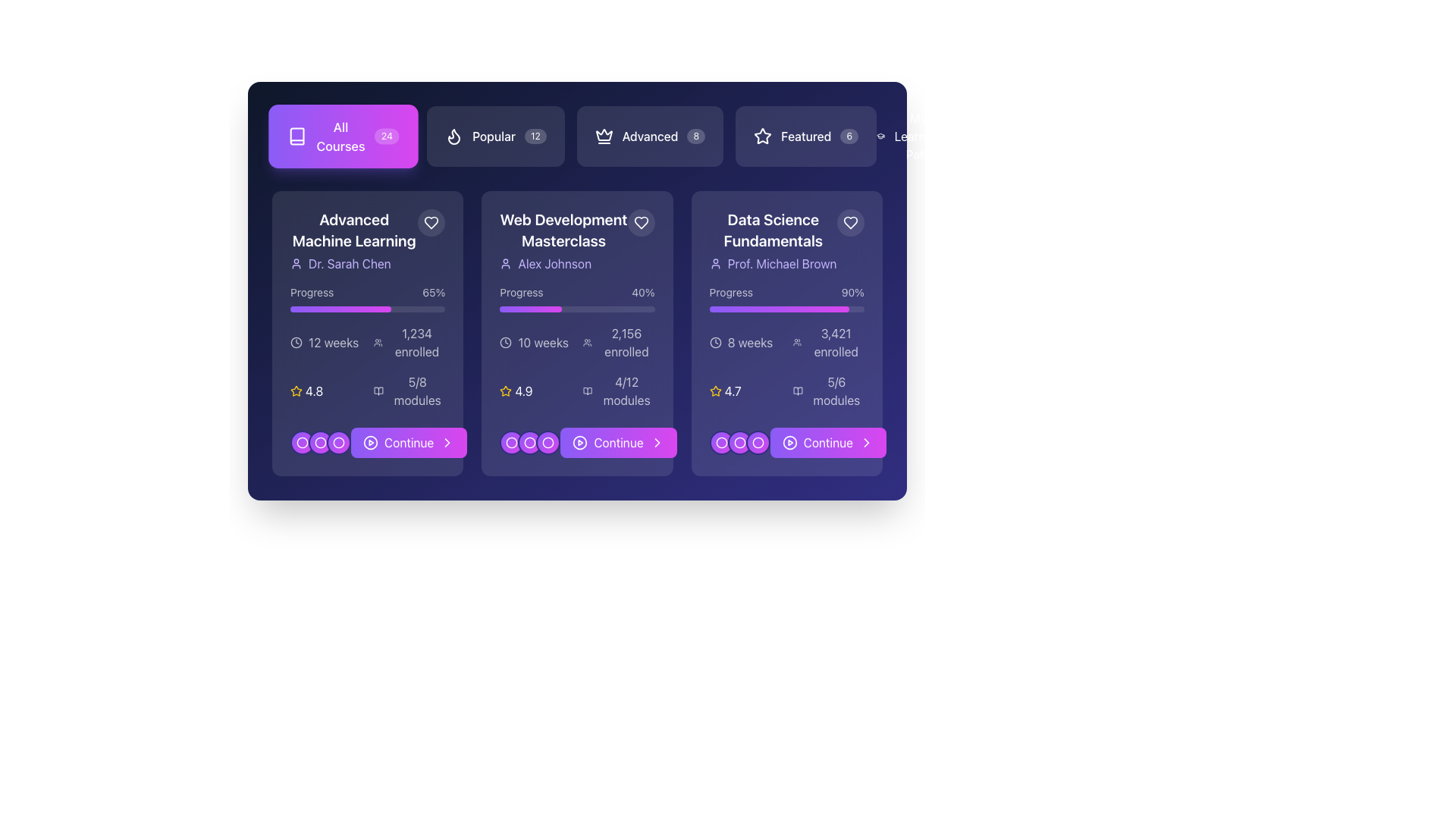  Describe the element at coordinates (789, 442) in the screenshot. I see `the small circular play button icon located to the left of the 'Continue' text within the 'Continue' button of the 'Data Science Fundamentals' course card` at that location.